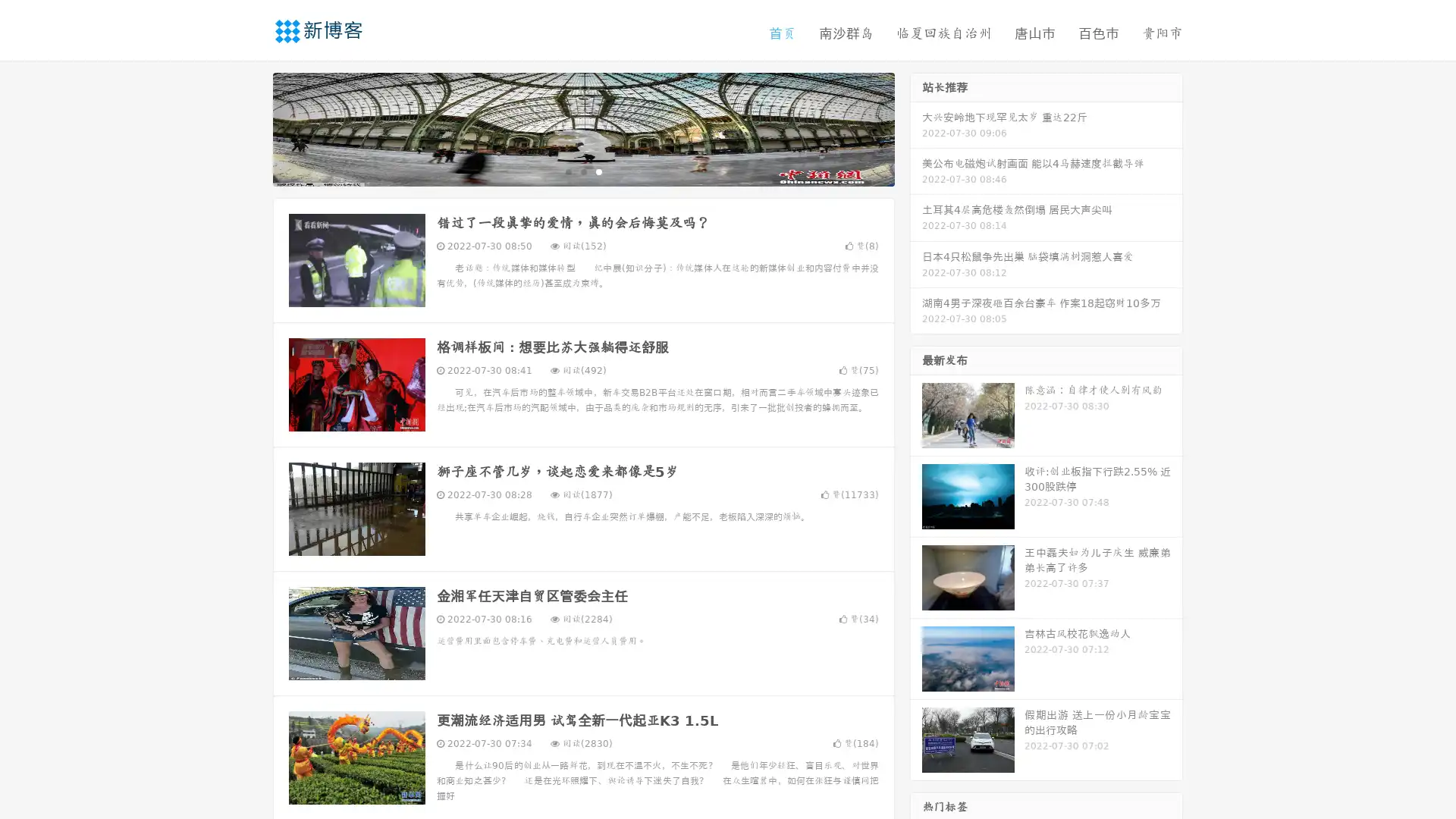 The image size is (1456, 819). Describe the element at coordinates (598, 171) in the screenshot. I see `Go to slide 3` at that location.